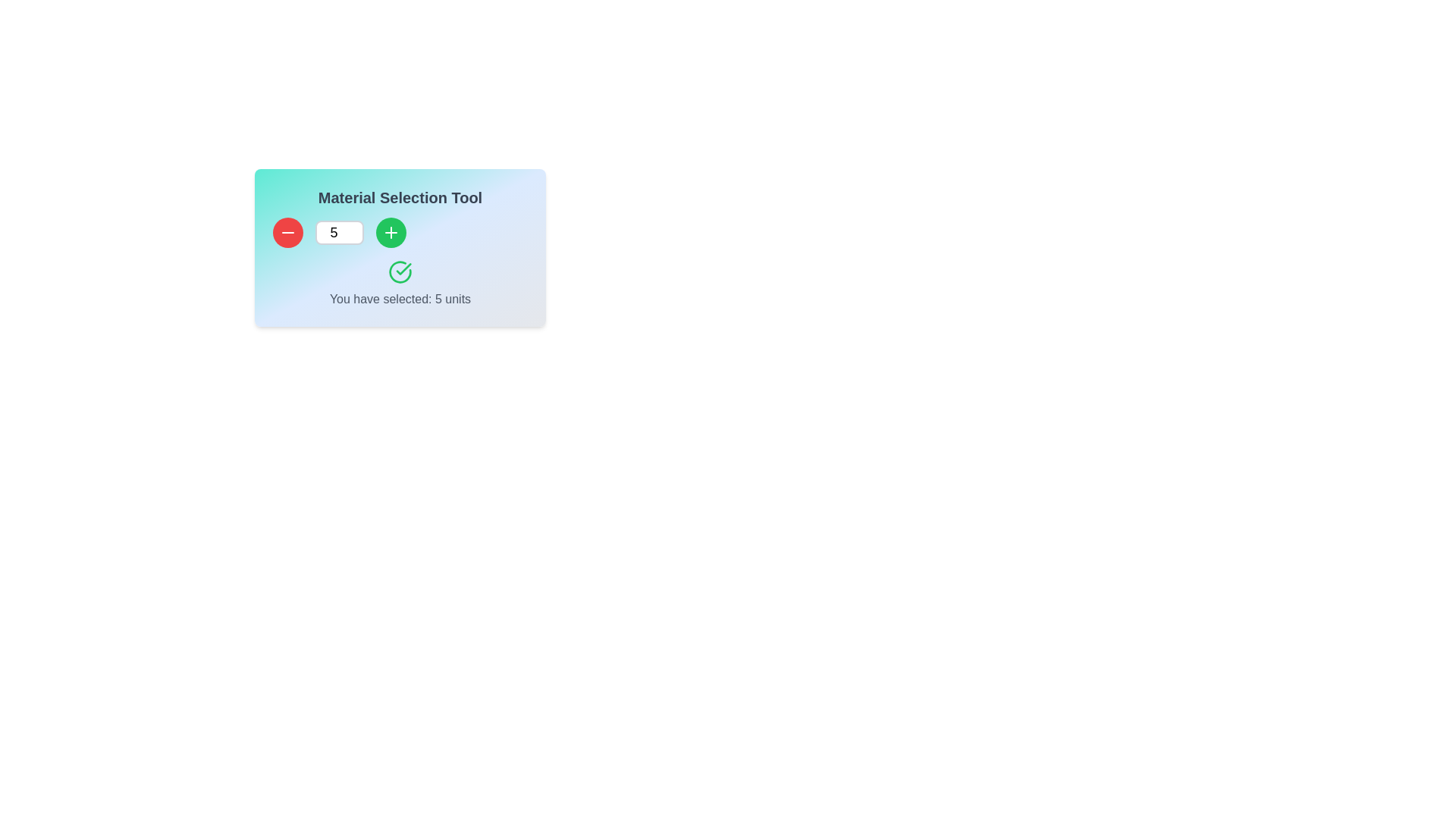 This screenshot has height=819, width=1456. Describe the element at coordinates (400, 271) in the screenshot. I see `the checkmark icon that indicates a successful selection state in the material selection tool, located above the text 'You have selected: 5 units'` at that location.